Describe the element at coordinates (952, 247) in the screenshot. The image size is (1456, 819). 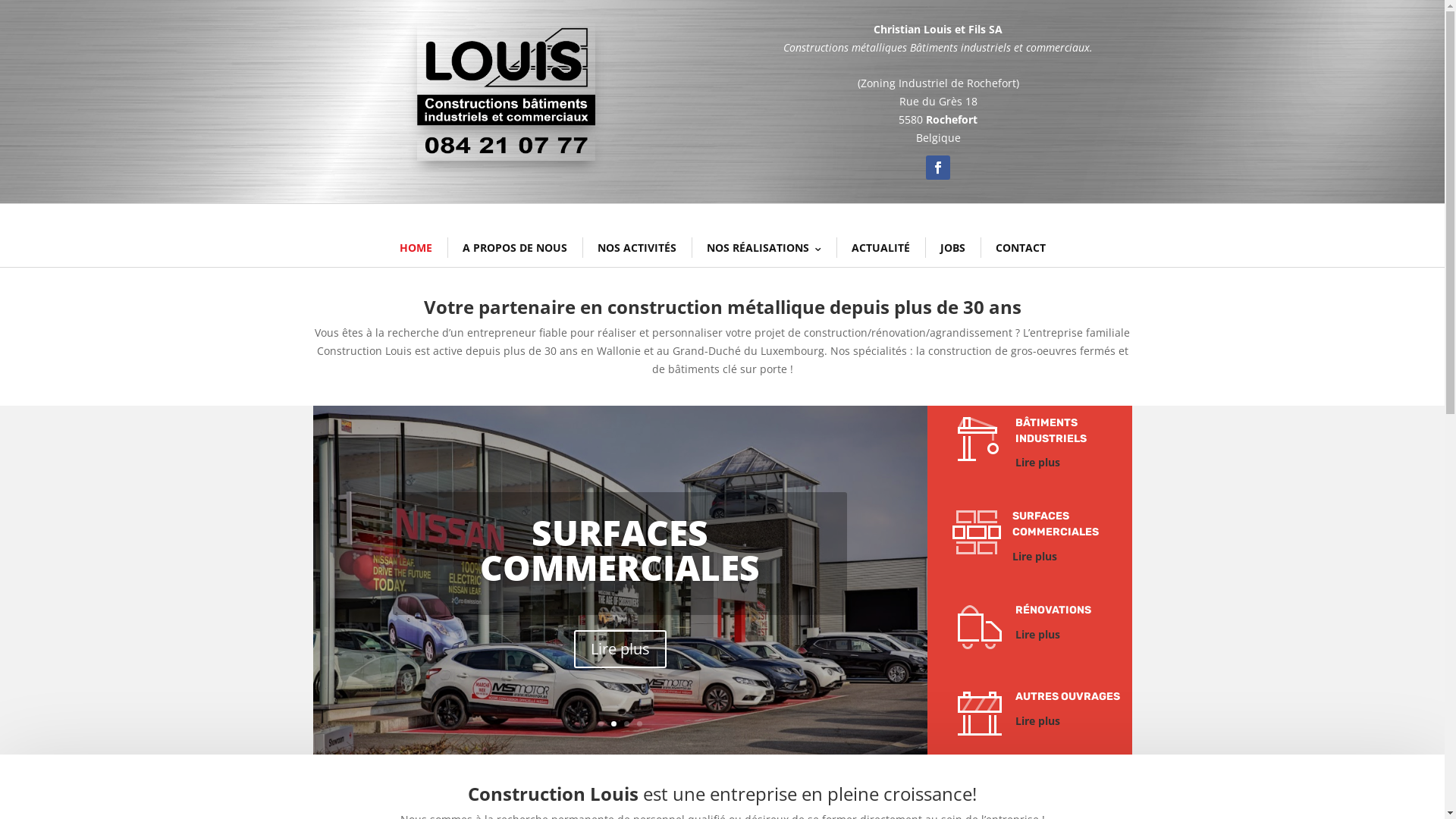
I see `'JOBS'` at that location.